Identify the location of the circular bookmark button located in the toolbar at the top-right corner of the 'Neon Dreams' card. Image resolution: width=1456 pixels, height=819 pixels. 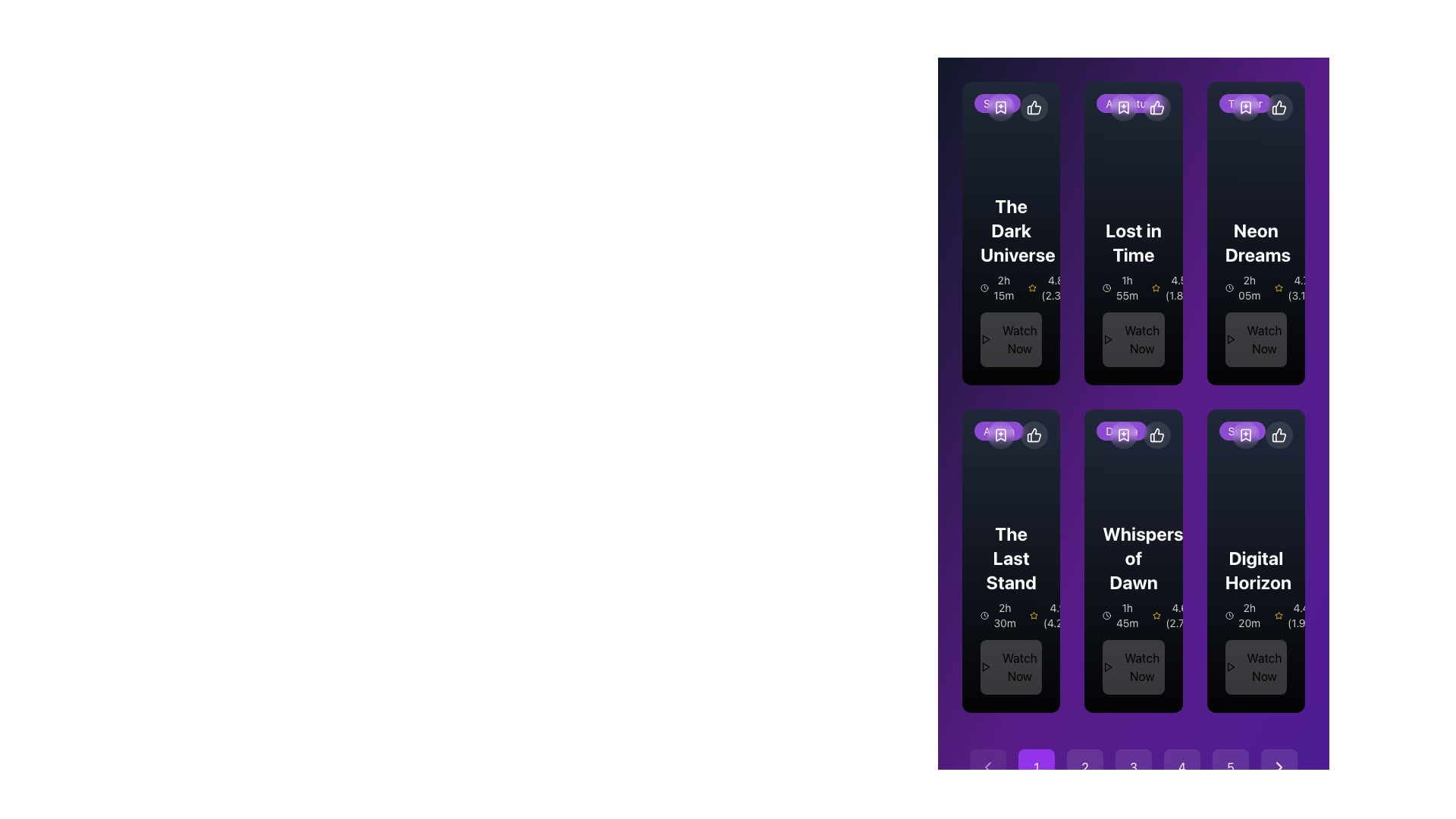
(1245, 107).